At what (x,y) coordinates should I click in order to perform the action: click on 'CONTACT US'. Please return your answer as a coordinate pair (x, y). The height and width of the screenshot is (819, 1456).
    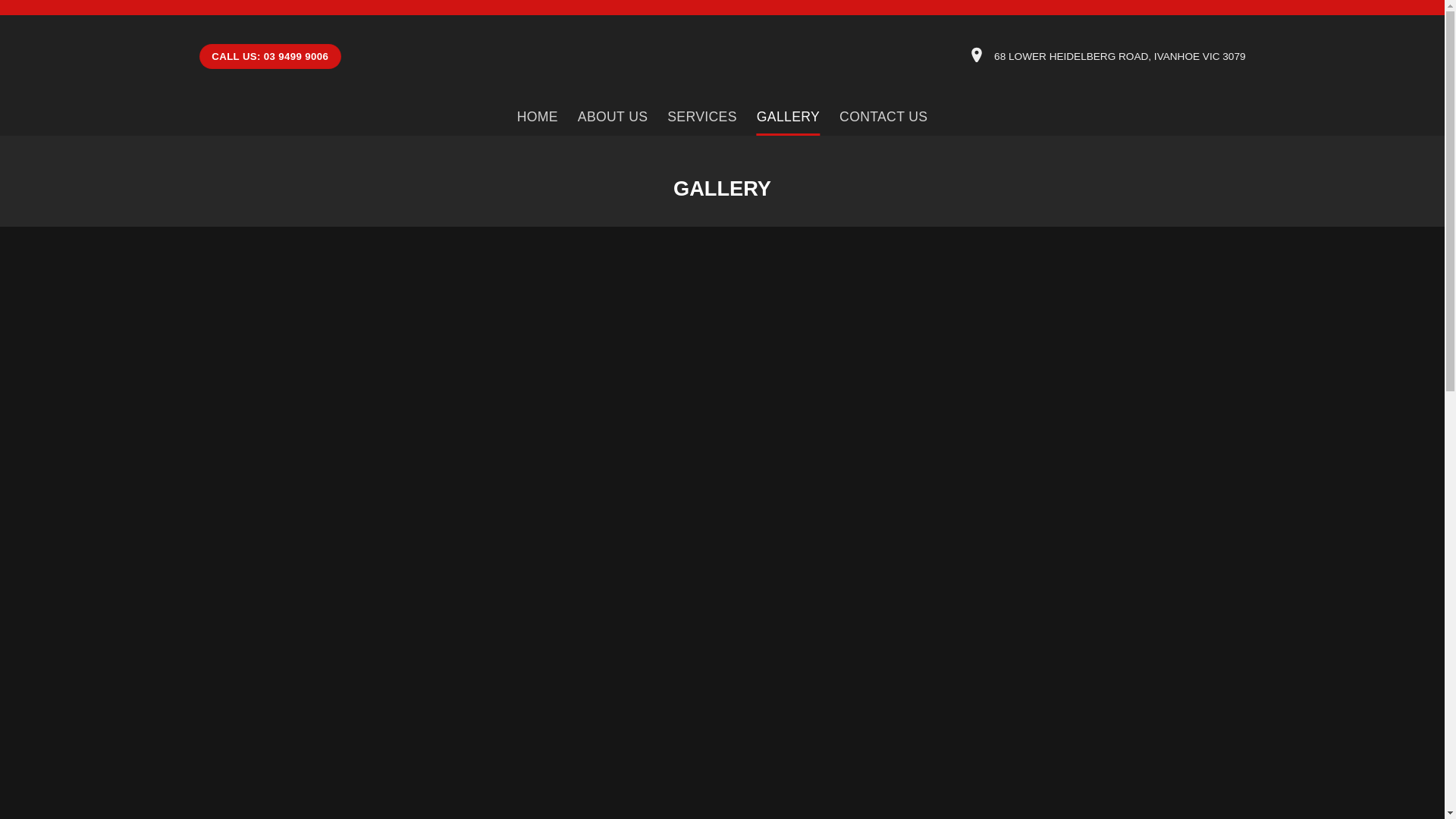
    Looking at the image, I should click on (883, 116).